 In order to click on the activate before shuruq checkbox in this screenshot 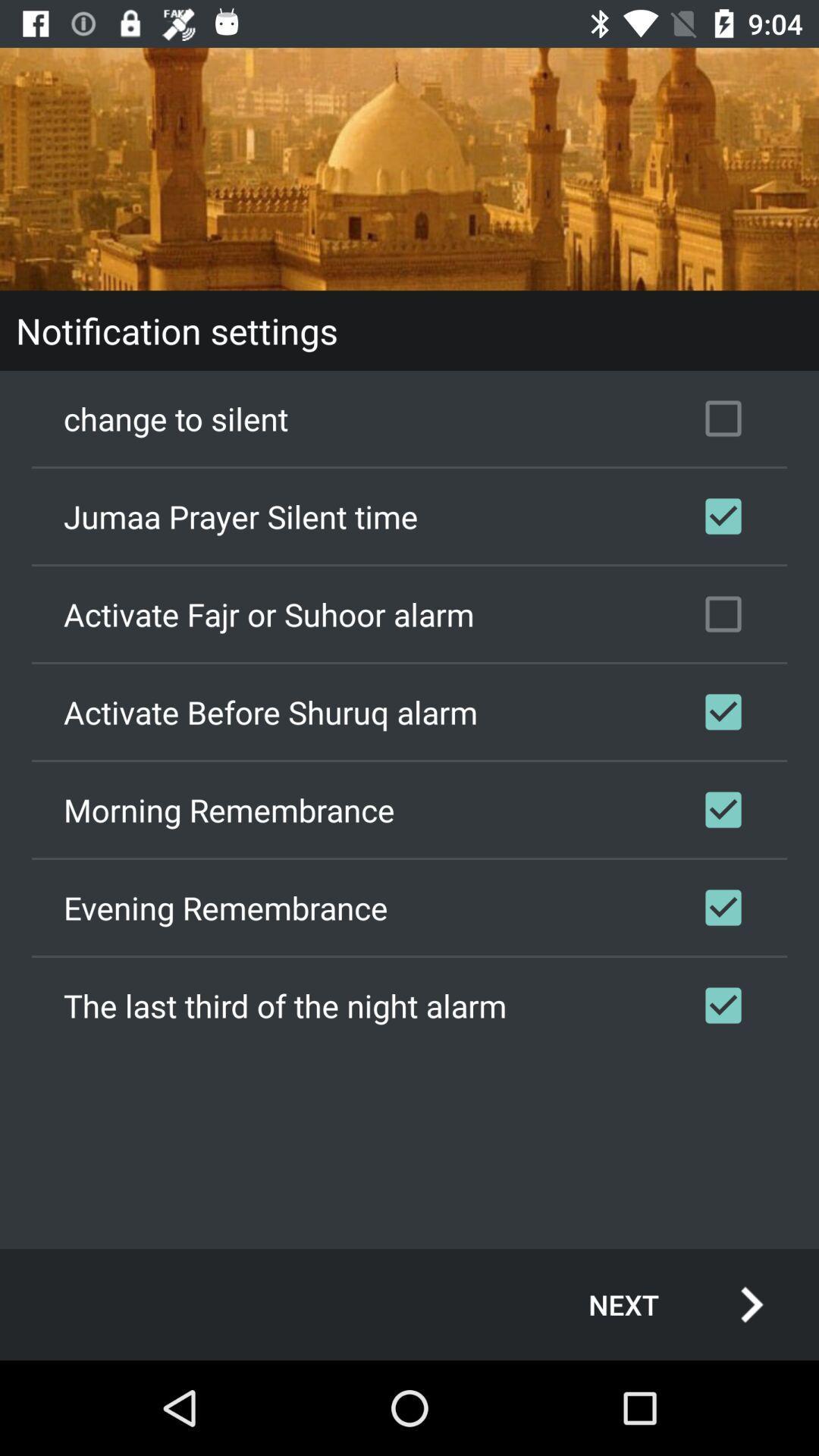, I will do `click(409, 711)`.